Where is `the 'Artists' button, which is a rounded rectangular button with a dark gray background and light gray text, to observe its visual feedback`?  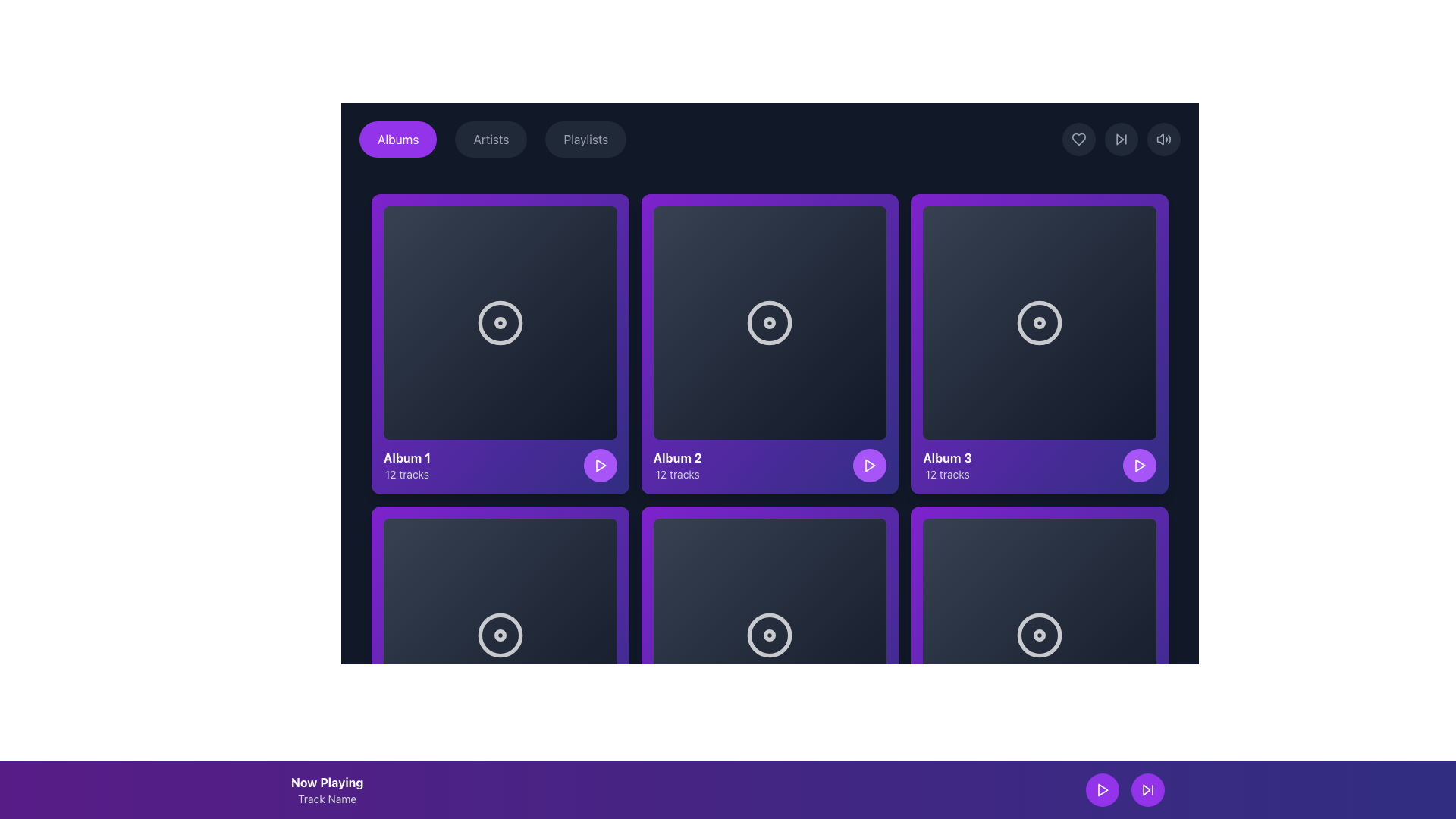 the 'Artists' button, which is a rounded rectangular button with a dark gray background and light gray text, to observe its visual feedback is located at coordinates (491, 140).